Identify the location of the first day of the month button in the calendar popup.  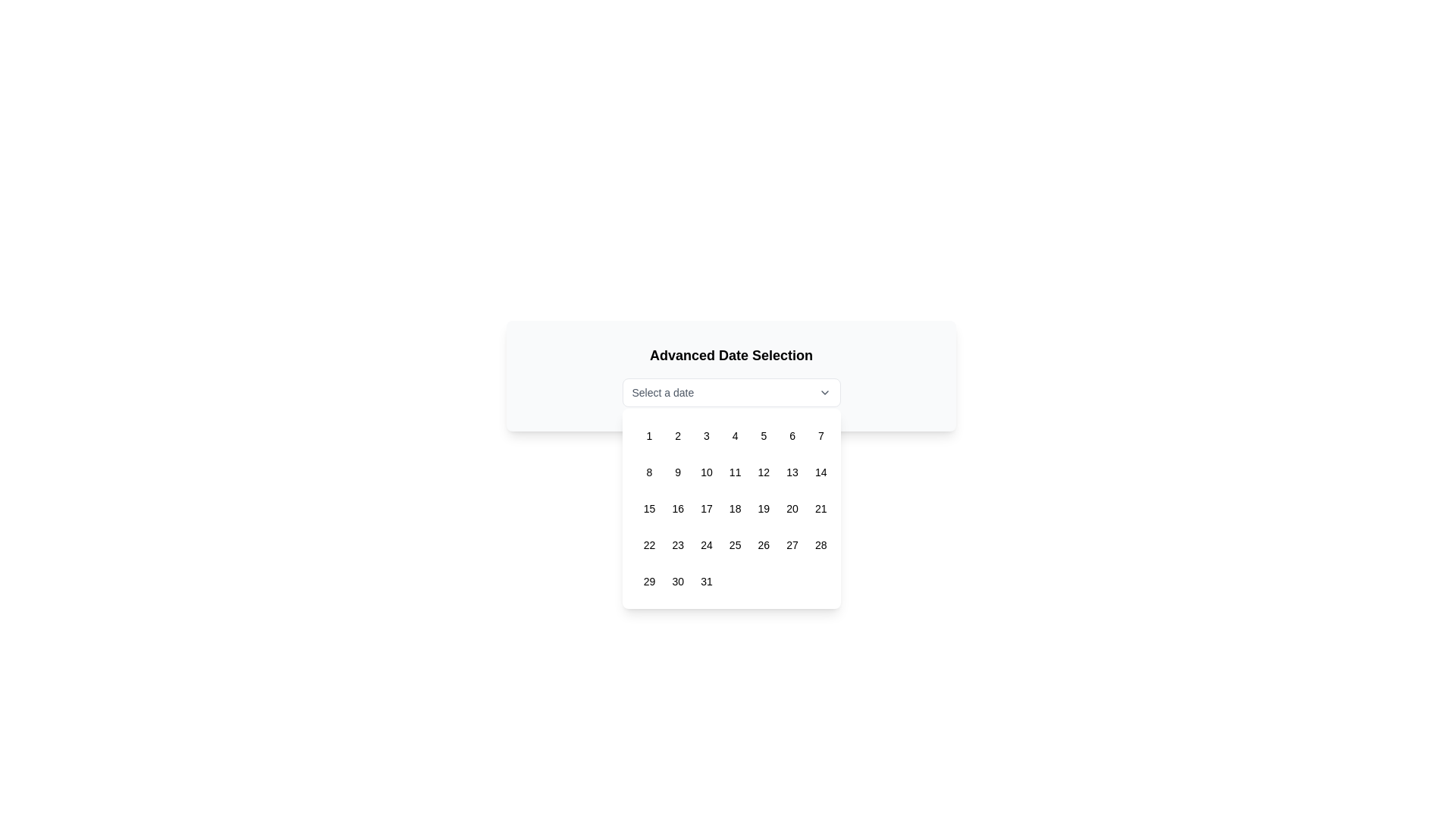
(649, 435).